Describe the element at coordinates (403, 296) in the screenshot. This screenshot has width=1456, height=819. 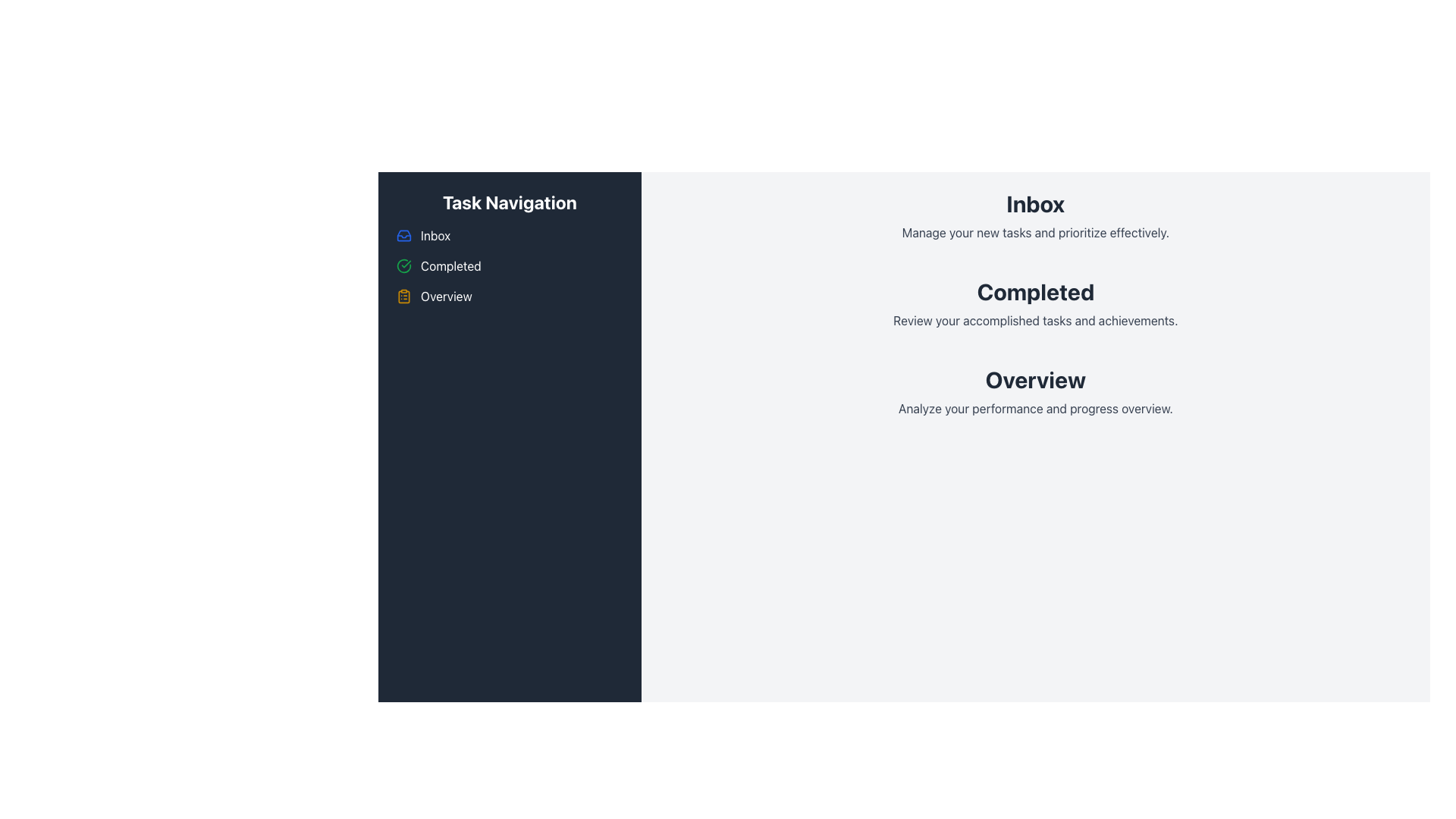
I see `the appearance of the small yellow clipboard-style icon for 'Overview' located under 'Task Navigation' in the left navigation panel` at that location.